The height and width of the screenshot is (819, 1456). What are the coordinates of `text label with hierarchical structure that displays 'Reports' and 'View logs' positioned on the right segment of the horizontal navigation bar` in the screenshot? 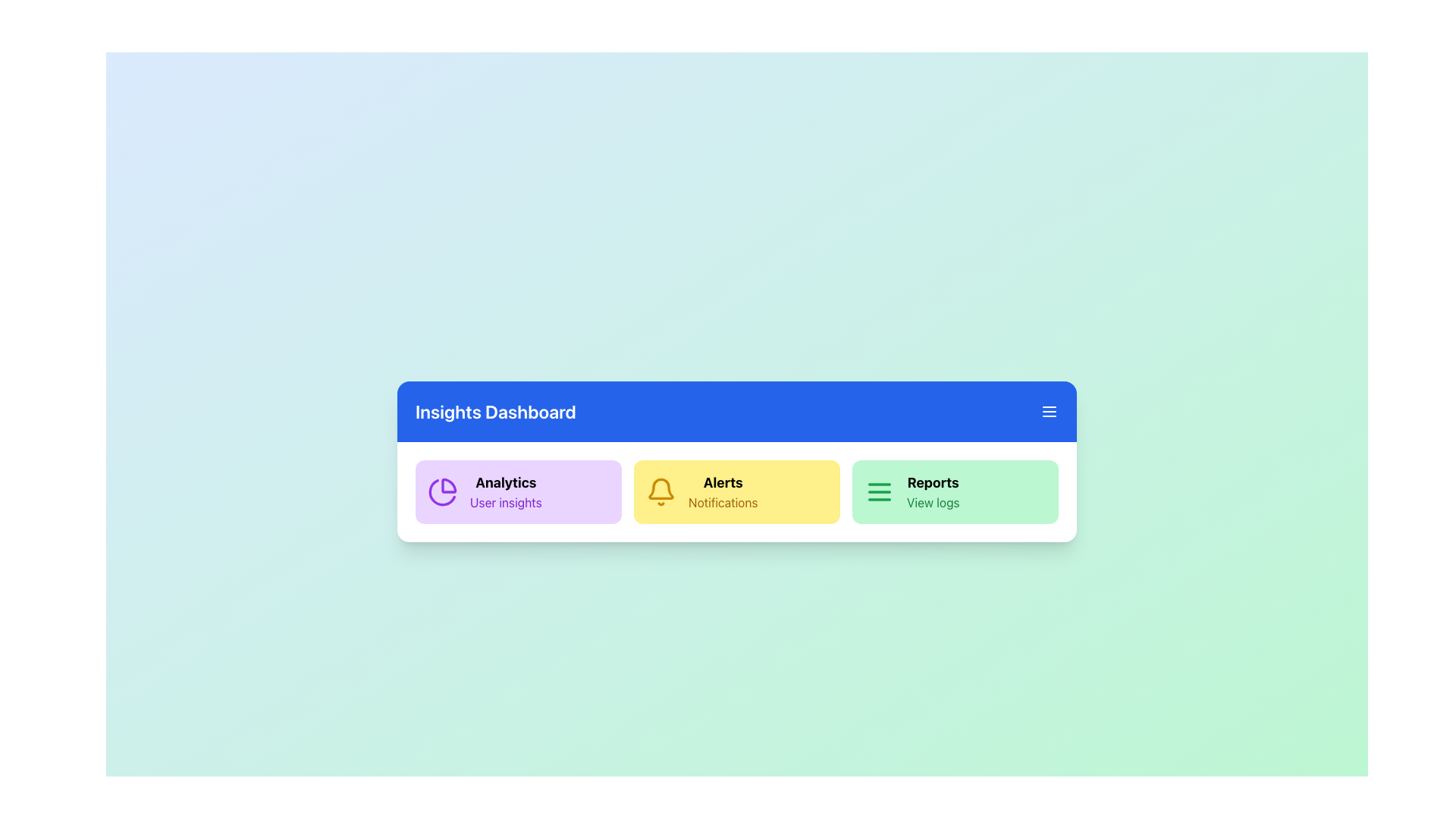 It's located at (932, 491).